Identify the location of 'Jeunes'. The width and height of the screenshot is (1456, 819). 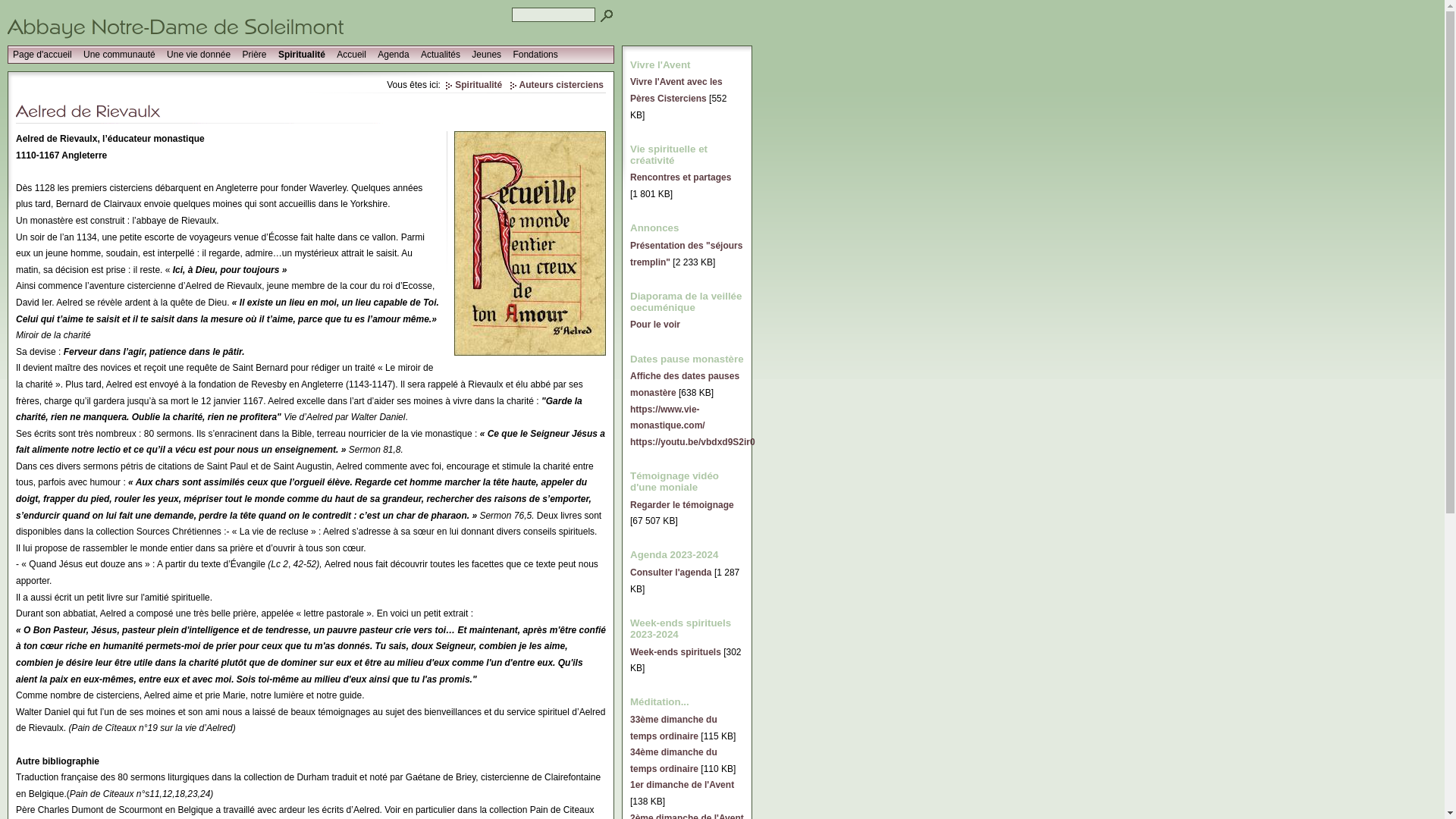
(466, 54).